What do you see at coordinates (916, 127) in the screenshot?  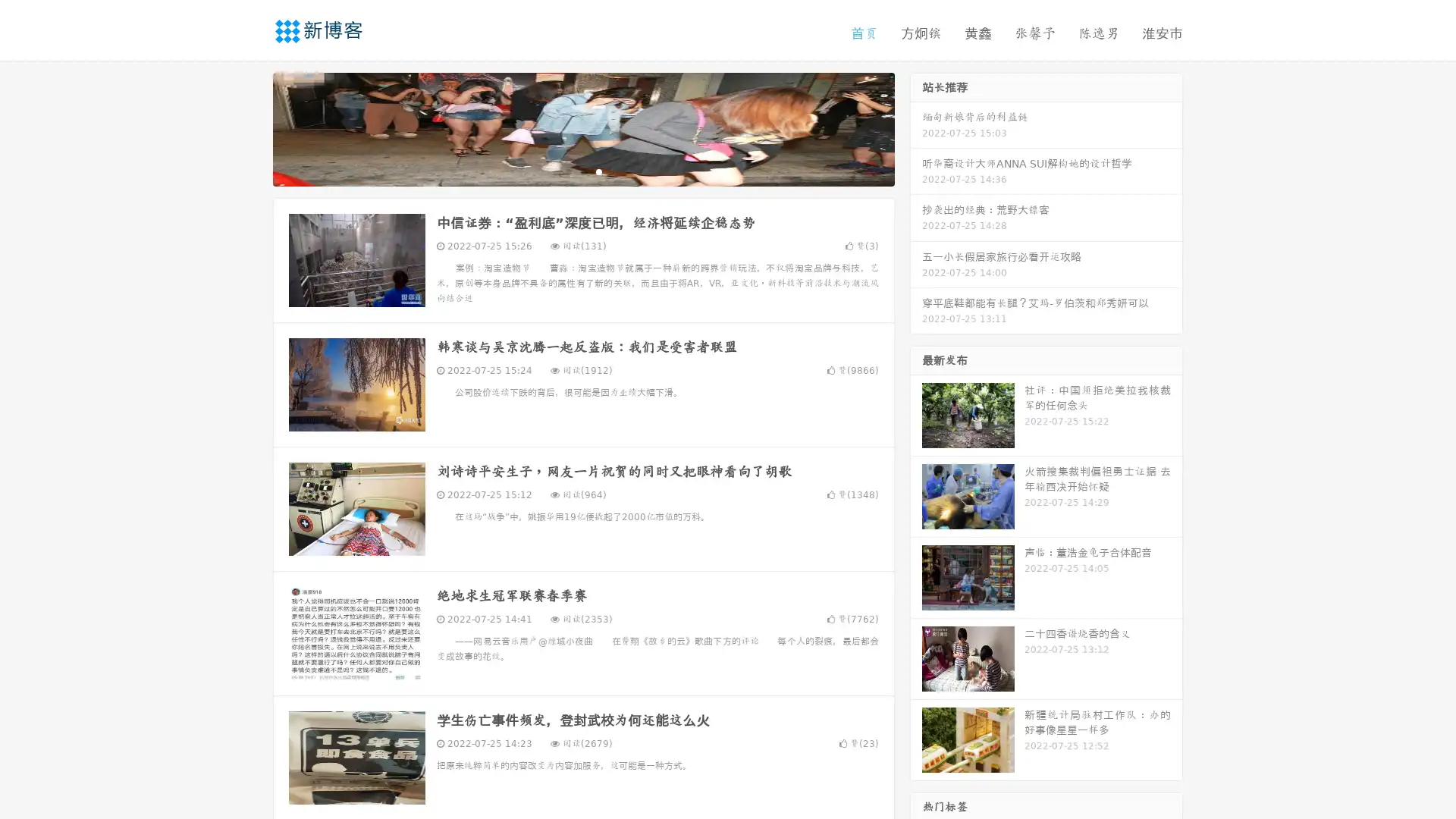 I see `Next slide` at bounding box center [916, 127].